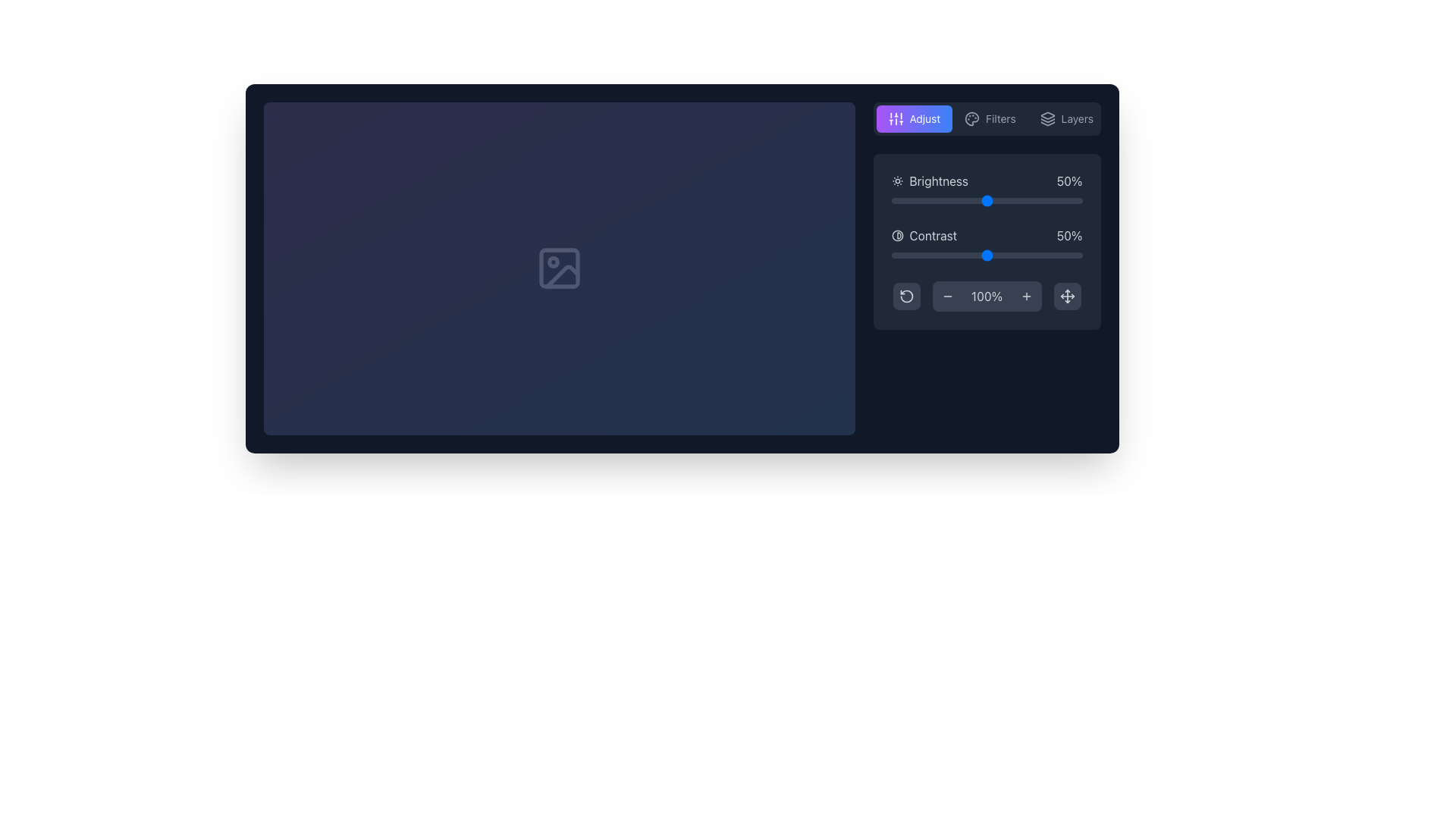  I want to click on the icon button located at the far-right in the action bar section, just above the adjustment panel, so click(1046, 118).